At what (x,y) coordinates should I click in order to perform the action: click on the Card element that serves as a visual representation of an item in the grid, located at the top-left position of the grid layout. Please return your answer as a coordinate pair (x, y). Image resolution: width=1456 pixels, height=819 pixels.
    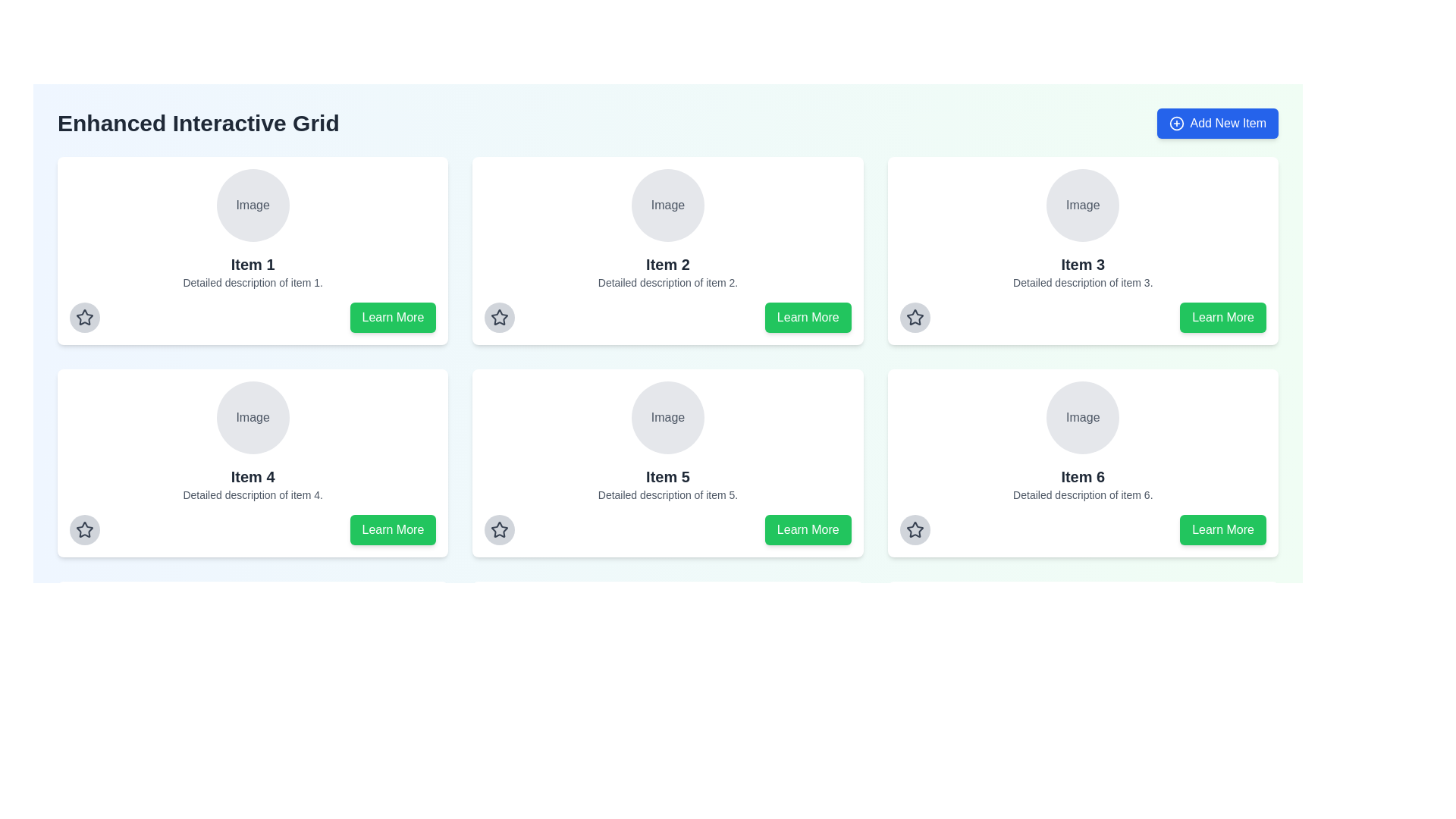
    Looking at the image, I should click on (253, 230).